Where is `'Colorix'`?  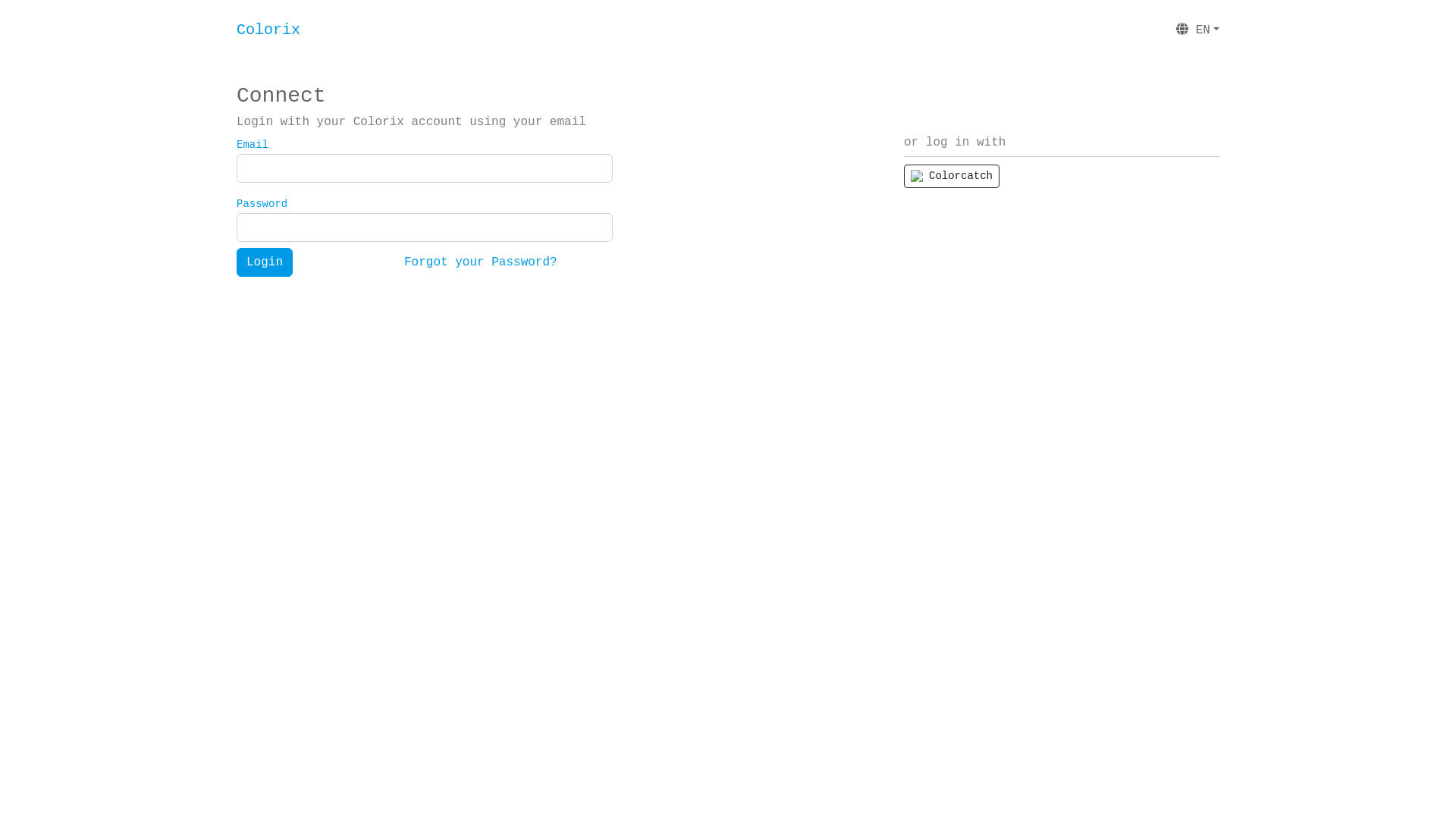 'Colorix' is located at coordinates (268, 30).